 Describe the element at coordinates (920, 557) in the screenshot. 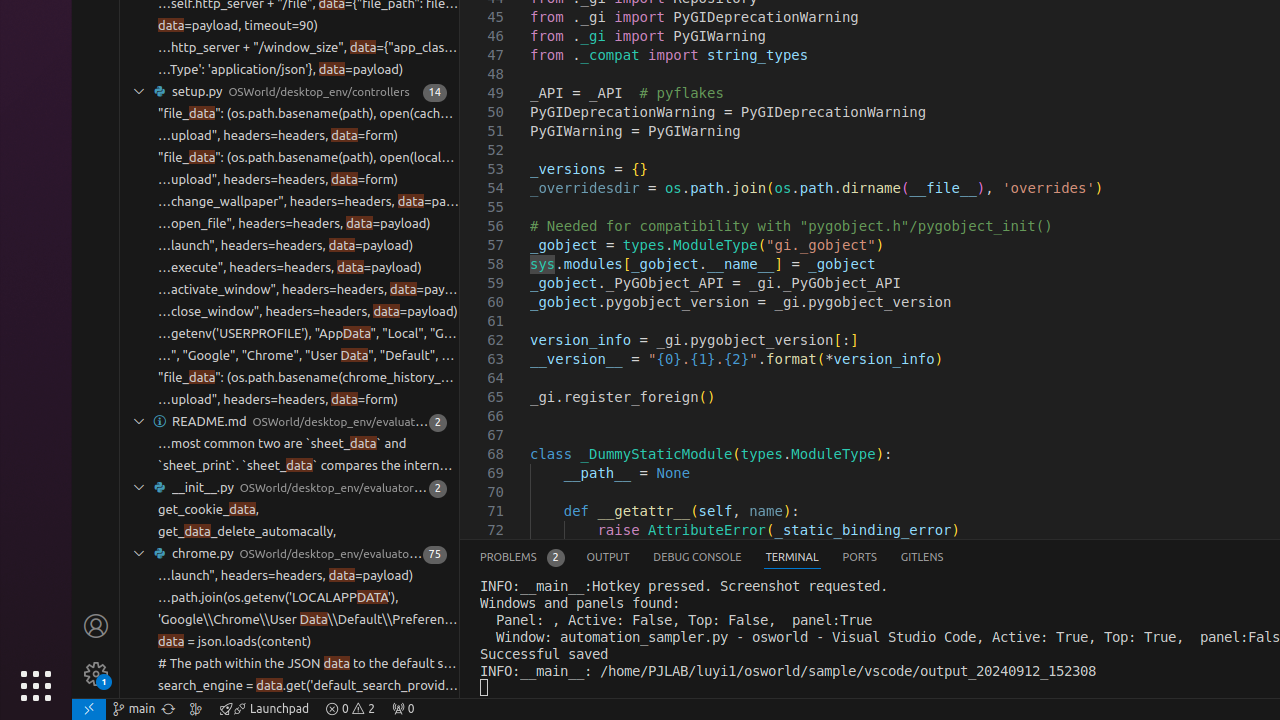

I see `'GitLens'` at that location.